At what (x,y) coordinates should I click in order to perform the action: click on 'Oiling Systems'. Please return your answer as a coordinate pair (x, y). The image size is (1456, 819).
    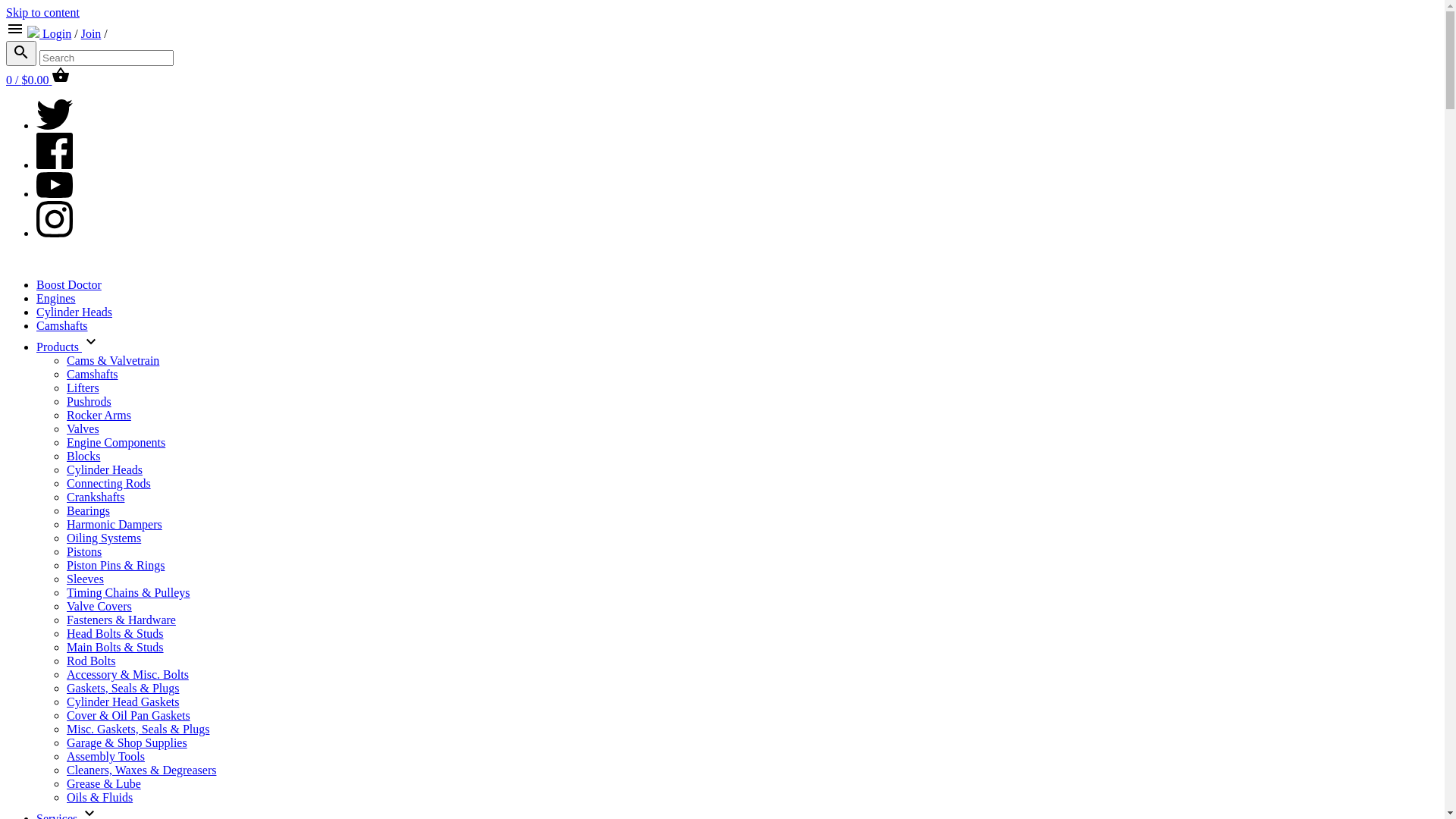
    Looking at the image, I should click on (103, 537).